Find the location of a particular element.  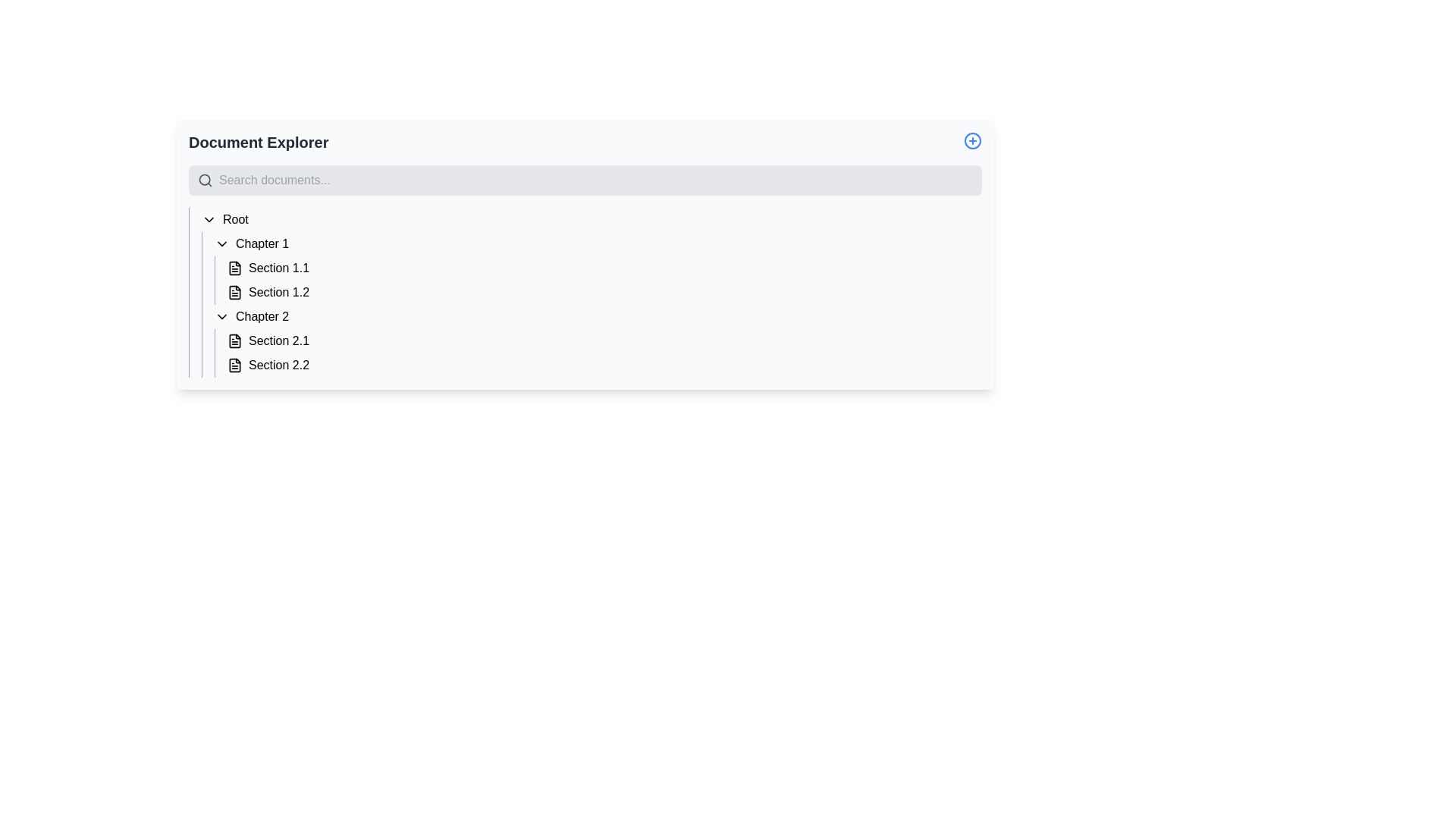

the text label displaying 'Section 2.2' is located at coordinates (279, 366).